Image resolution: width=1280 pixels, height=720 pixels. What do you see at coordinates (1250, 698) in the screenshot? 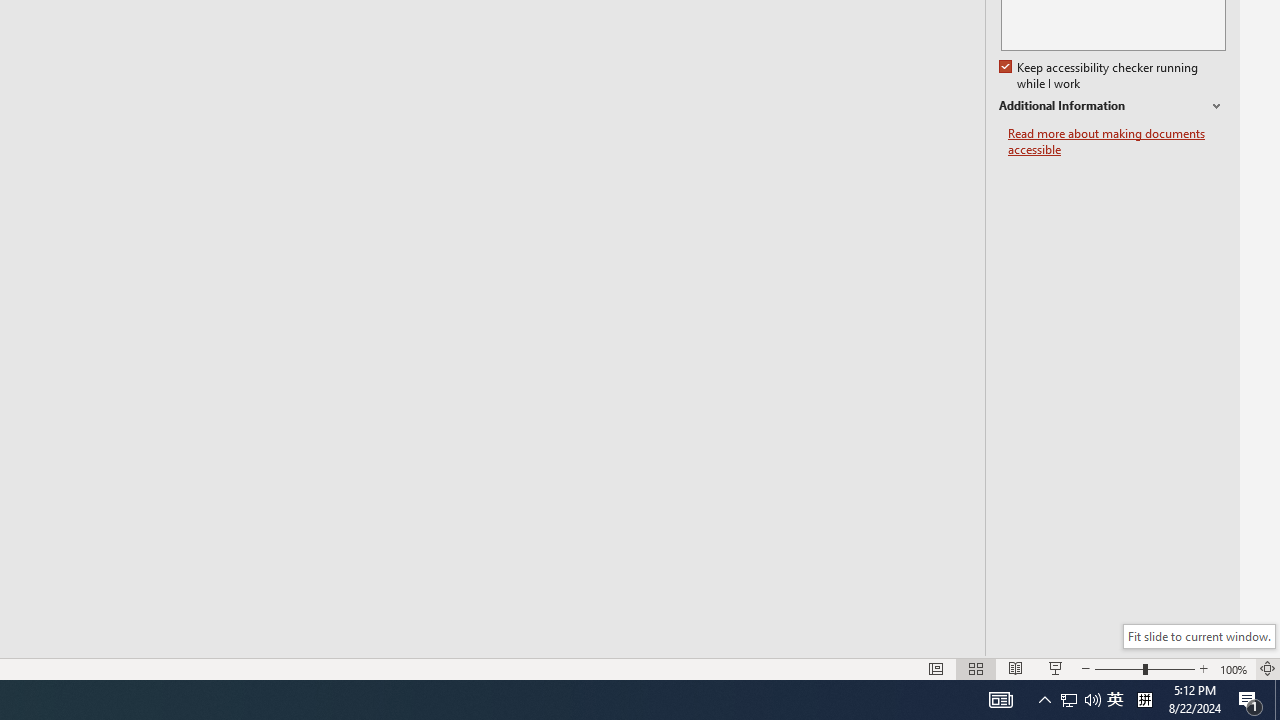
I see `'Action Center, 1 new notification'` at bounding box center [1250, 698].